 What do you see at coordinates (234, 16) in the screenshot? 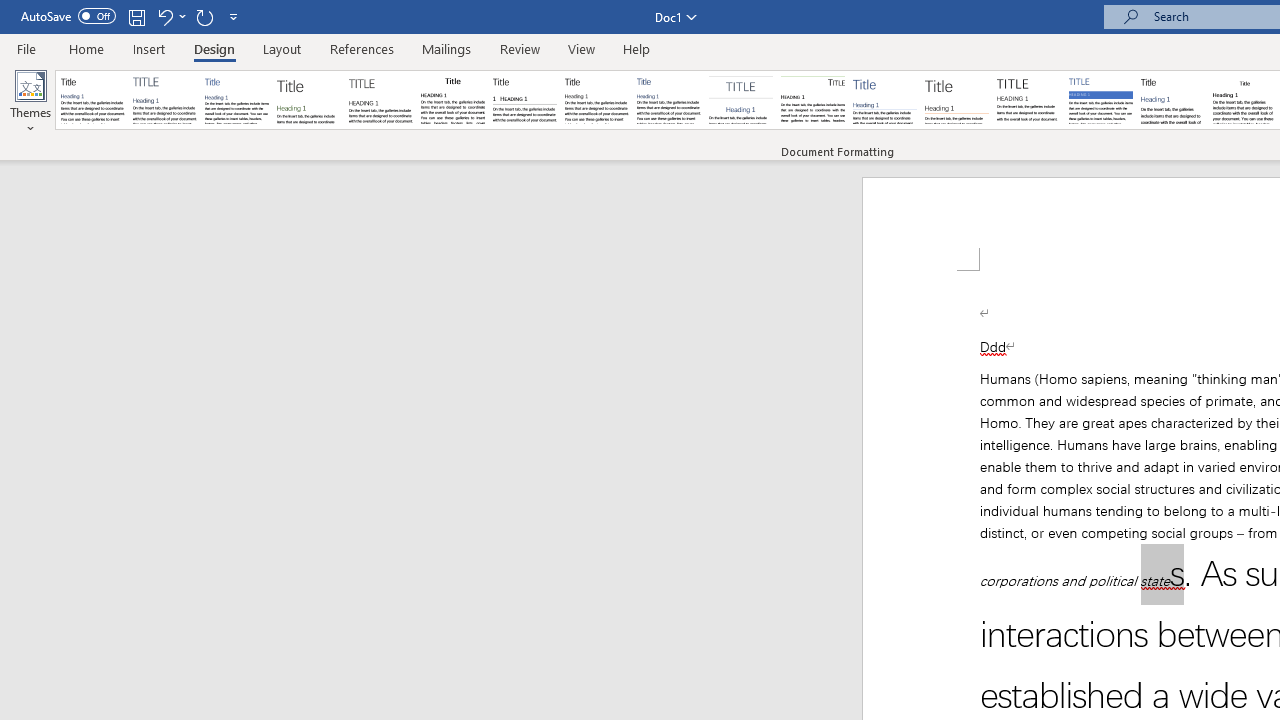
I see `'Customize Quick Access Toolbar'` at bounding box center [234, 16].